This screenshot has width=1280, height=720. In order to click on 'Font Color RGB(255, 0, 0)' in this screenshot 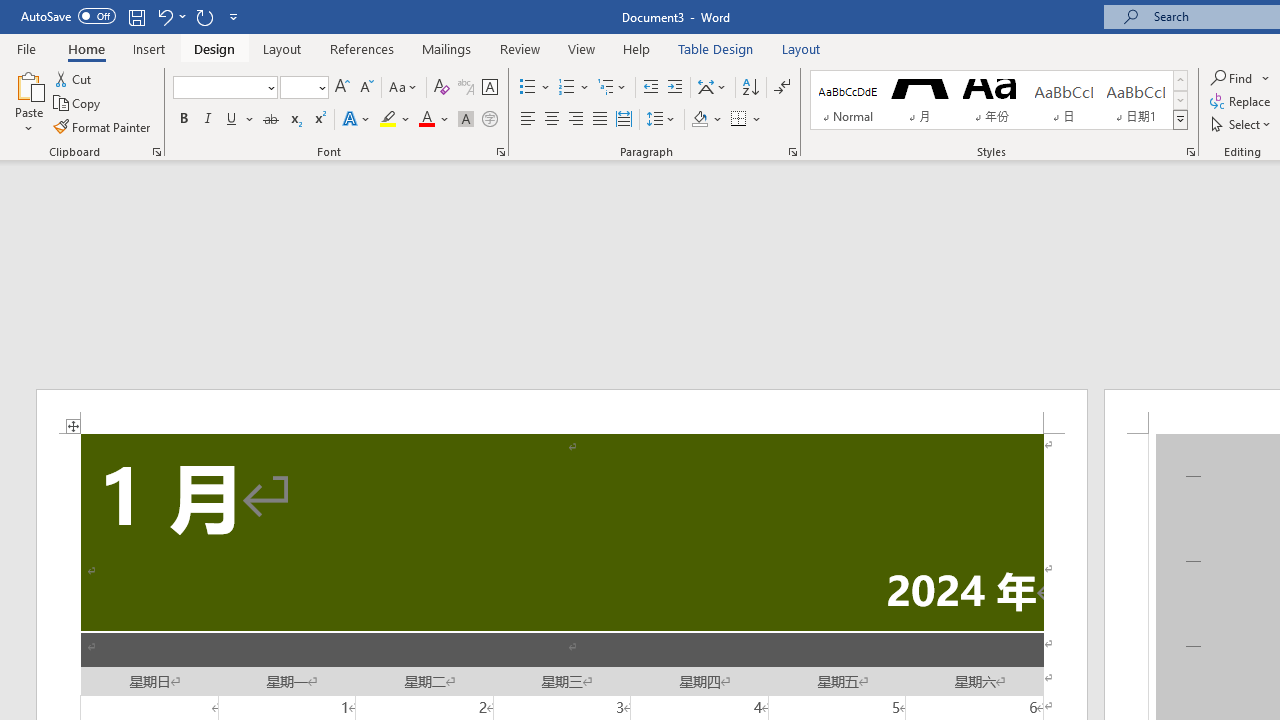, I will do `click(425, 119)`.